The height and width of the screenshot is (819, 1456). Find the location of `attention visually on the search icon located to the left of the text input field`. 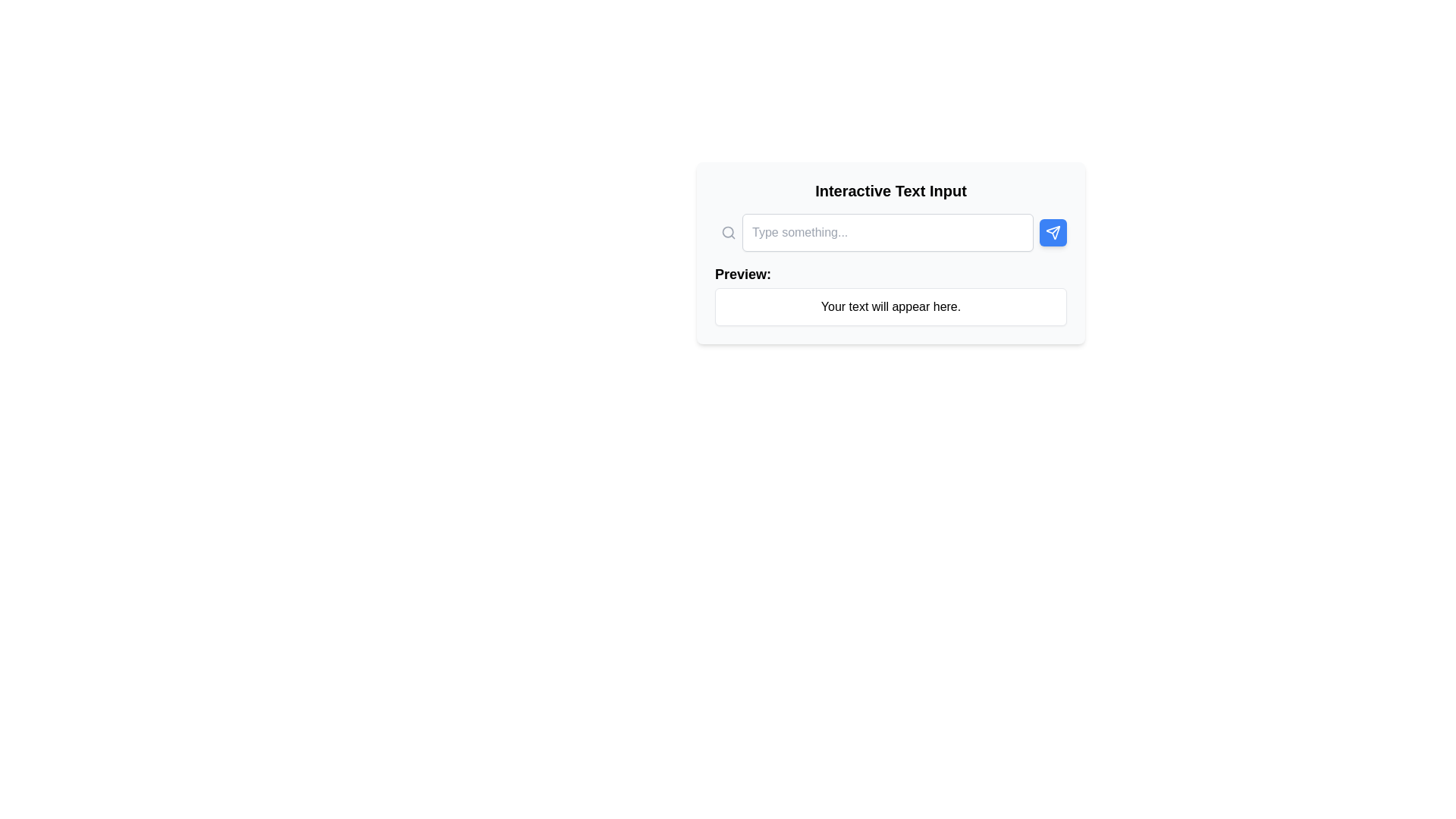

attention visually on the search icon located to the left of the text input field is located at coordinates (728, 233).